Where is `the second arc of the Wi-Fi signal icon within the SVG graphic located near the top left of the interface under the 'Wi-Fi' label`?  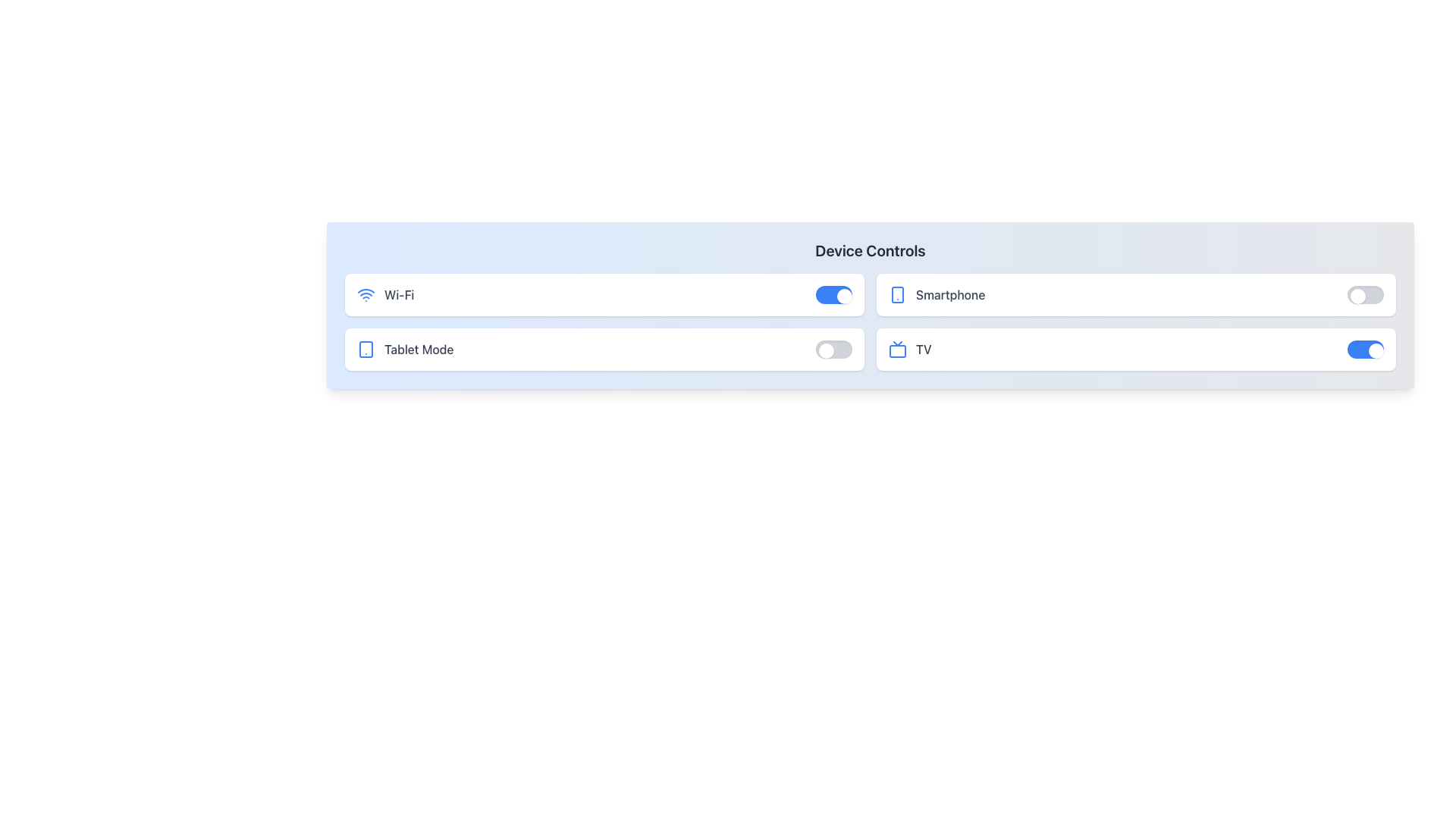
the second arc of the Wi-Fi signal icon within the SVG graphic located near the top left of the interface under the 'Wi-Fi' label is located at coordinates (366, 290).